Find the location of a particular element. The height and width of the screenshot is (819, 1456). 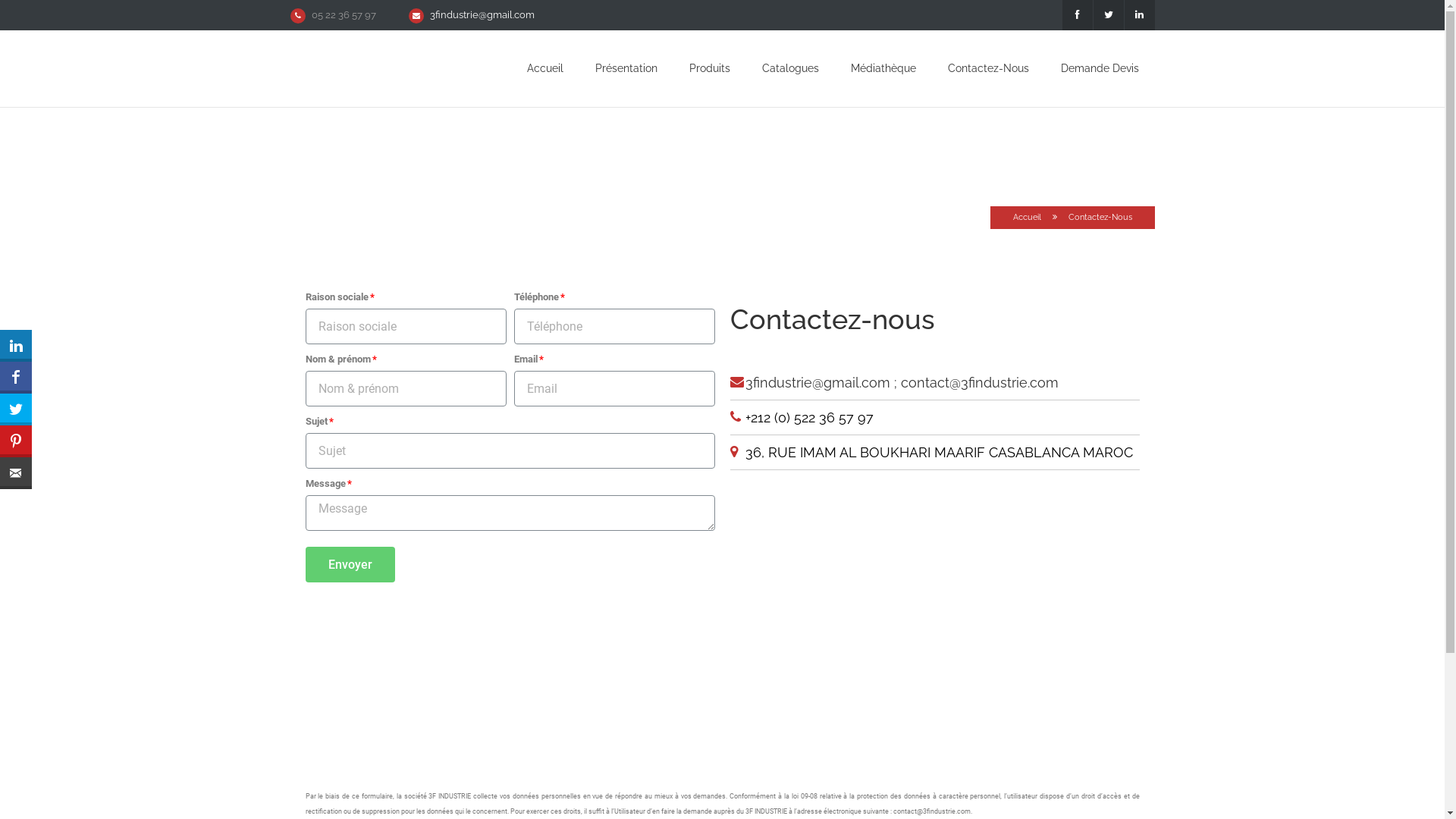

'Share on Facebook' is located at coordinates (15, 376).